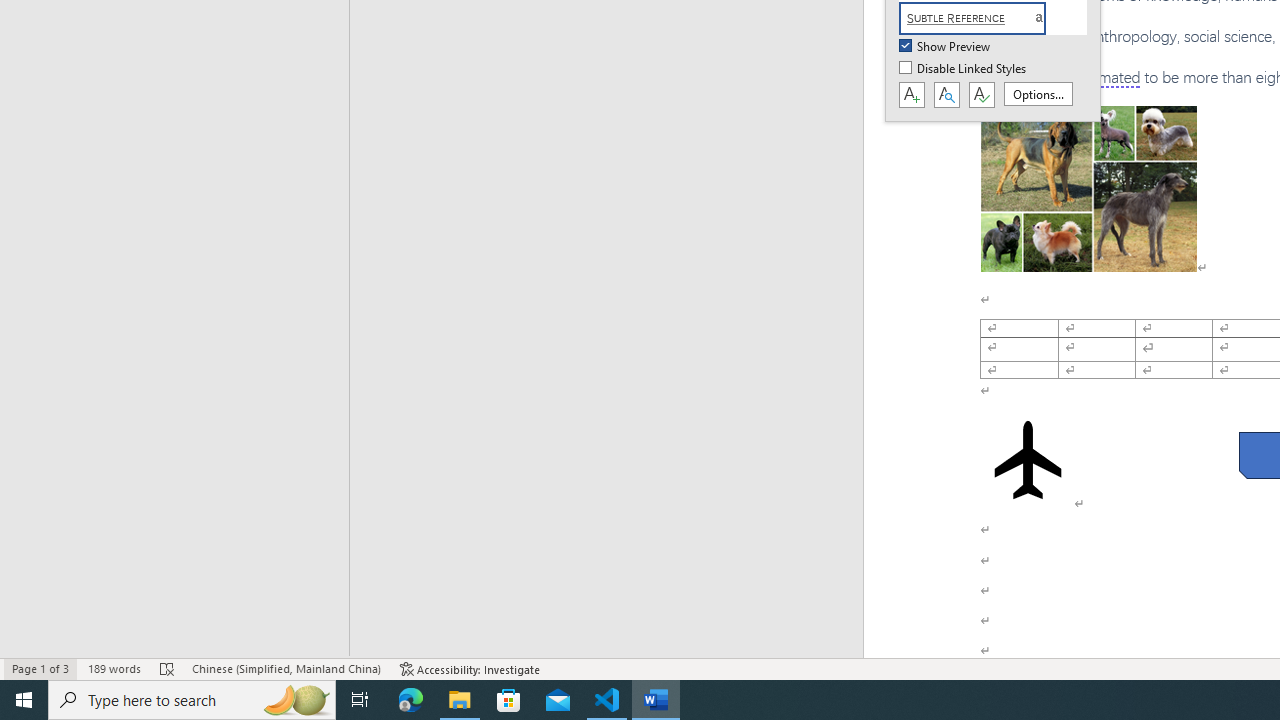 The width and height of the screenshot is (1280, 720). I want to click on 'Options...', so click(1038, 93).